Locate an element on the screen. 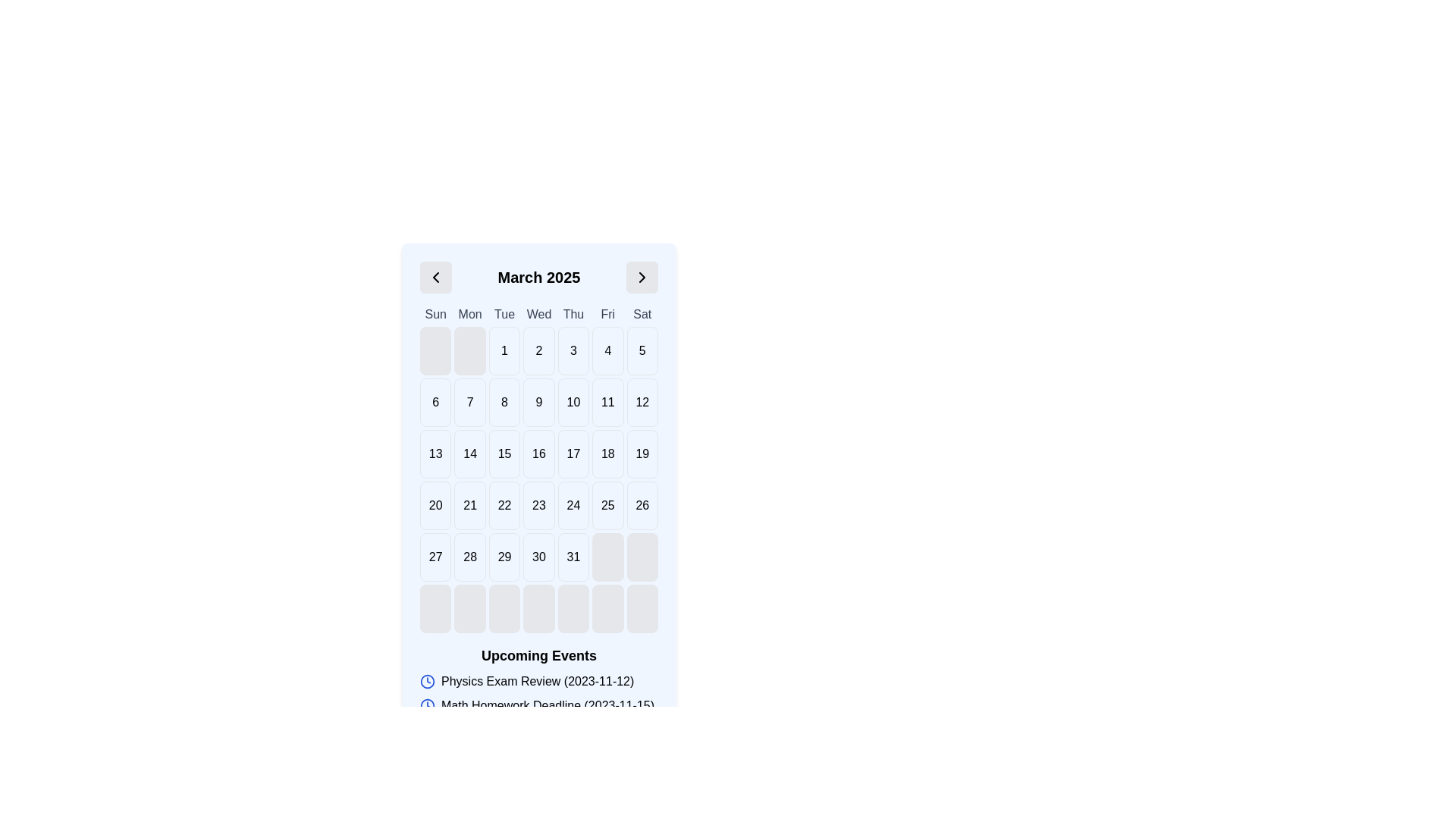 The width and height of the screenshot is (1456, 819). the empty grid cell located at the bottom-left corner of the calendar grid is located at coordinates (435, 607).